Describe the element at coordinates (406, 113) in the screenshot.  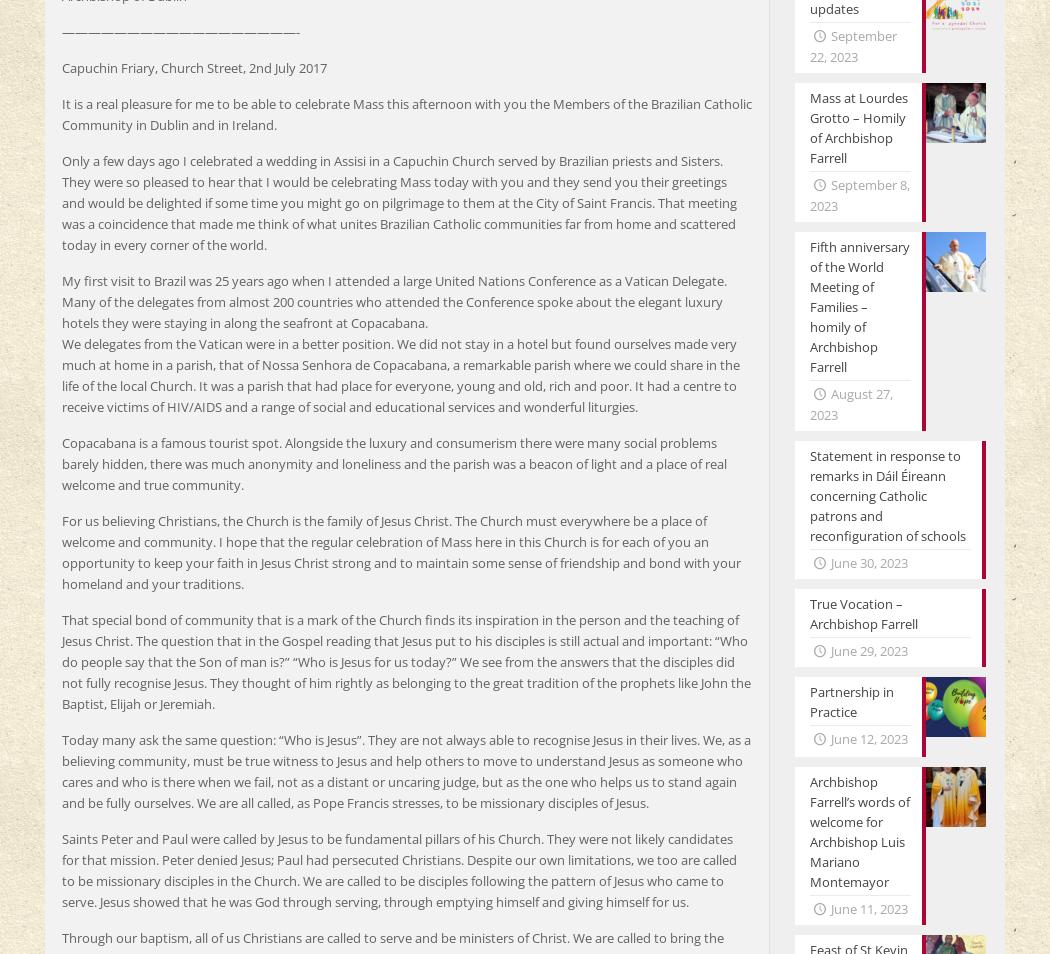
I see `'It is a real pleasure for me to be able to celebrate Mass this afternoon with you the Members of the Brazilian Catholic Community in Dublin and in Ireland.'` at that location.